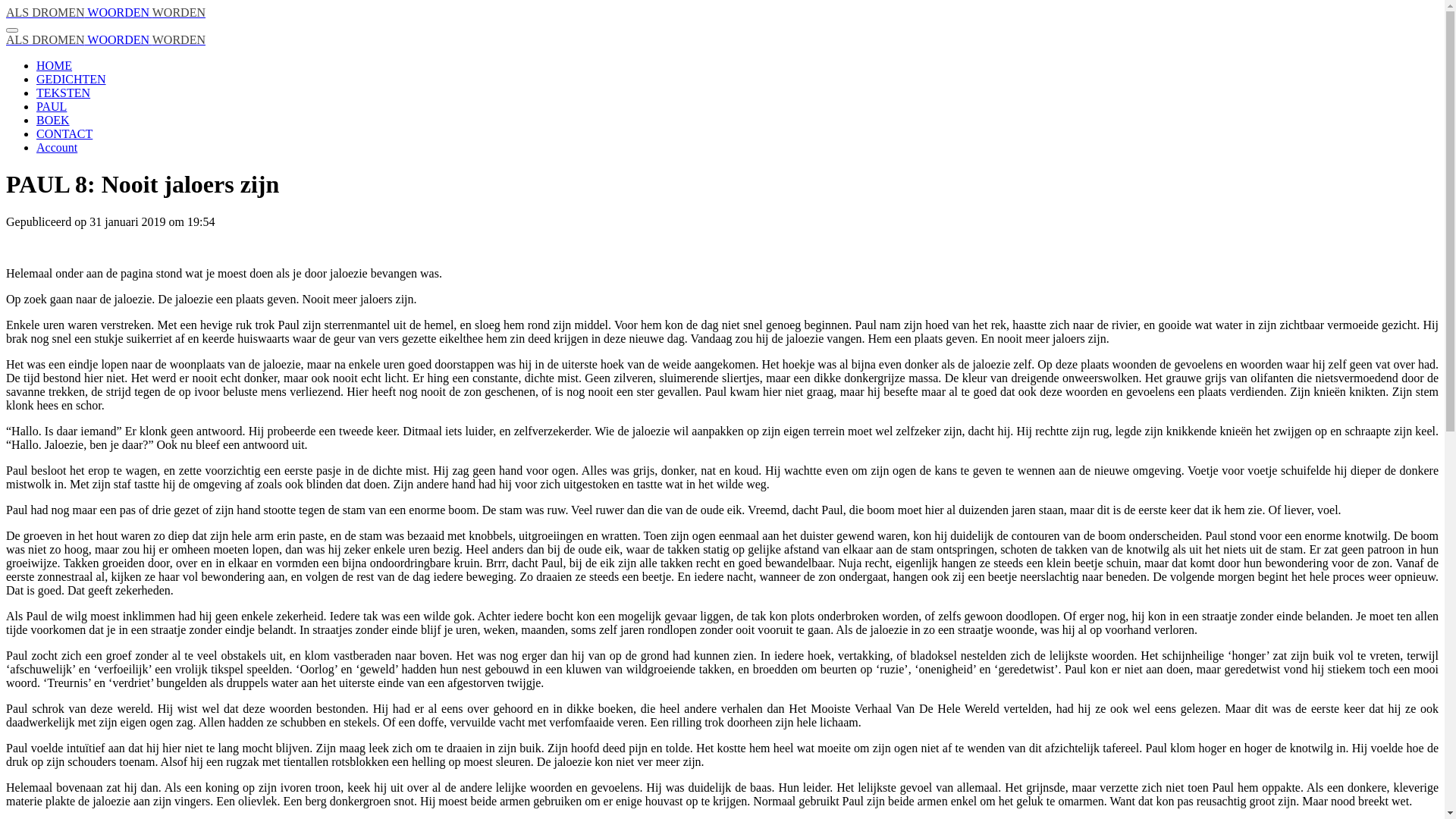 Image resolution: width=1456 pixels, height=819 pixels. I want to click on 'PAUL', so click(51, 105).